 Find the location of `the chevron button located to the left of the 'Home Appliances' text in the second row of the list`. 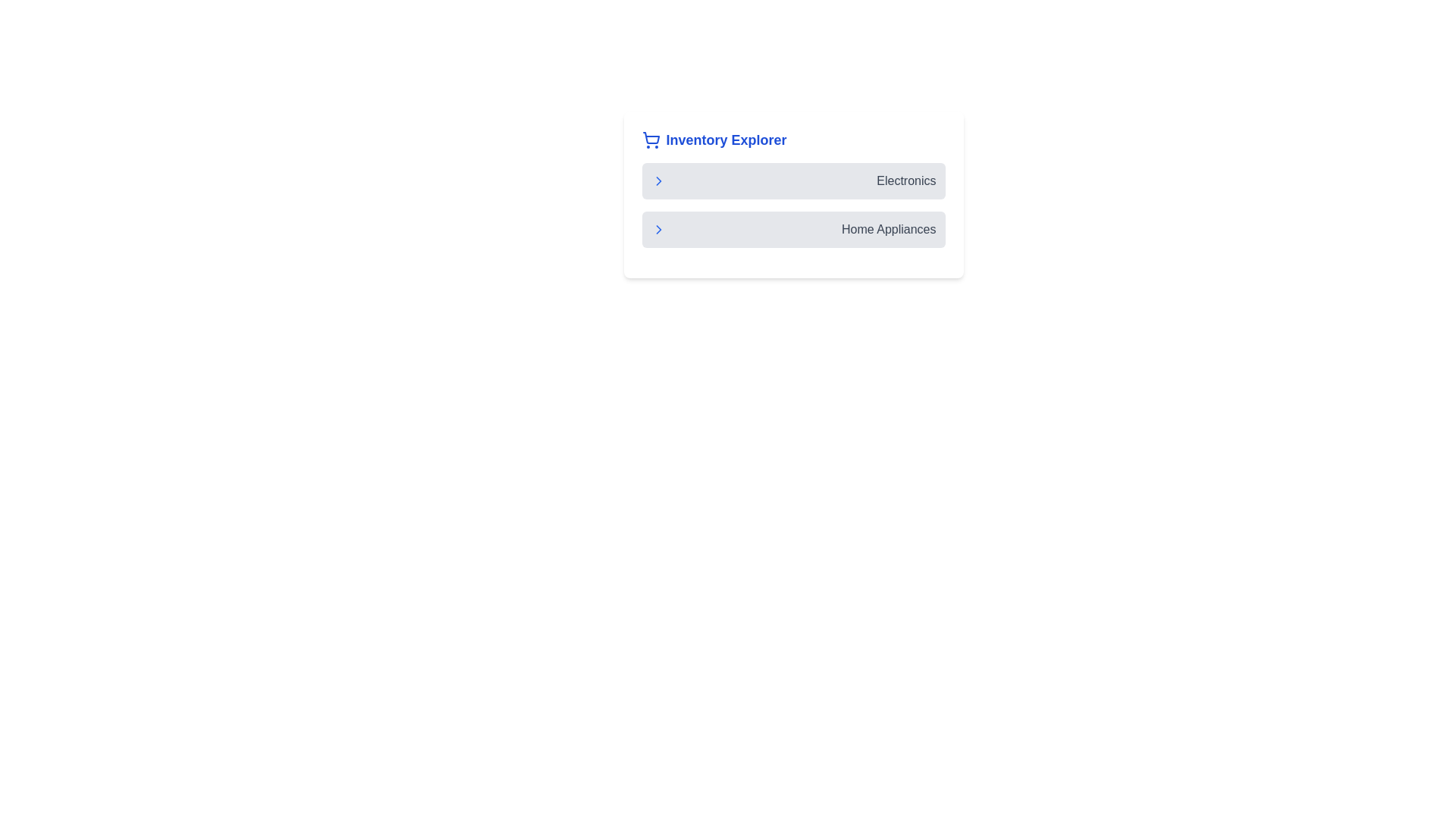

the chevron button located to the left of the 'Home Appliances' text in the second row of the list is located at coordinates (658, 230).